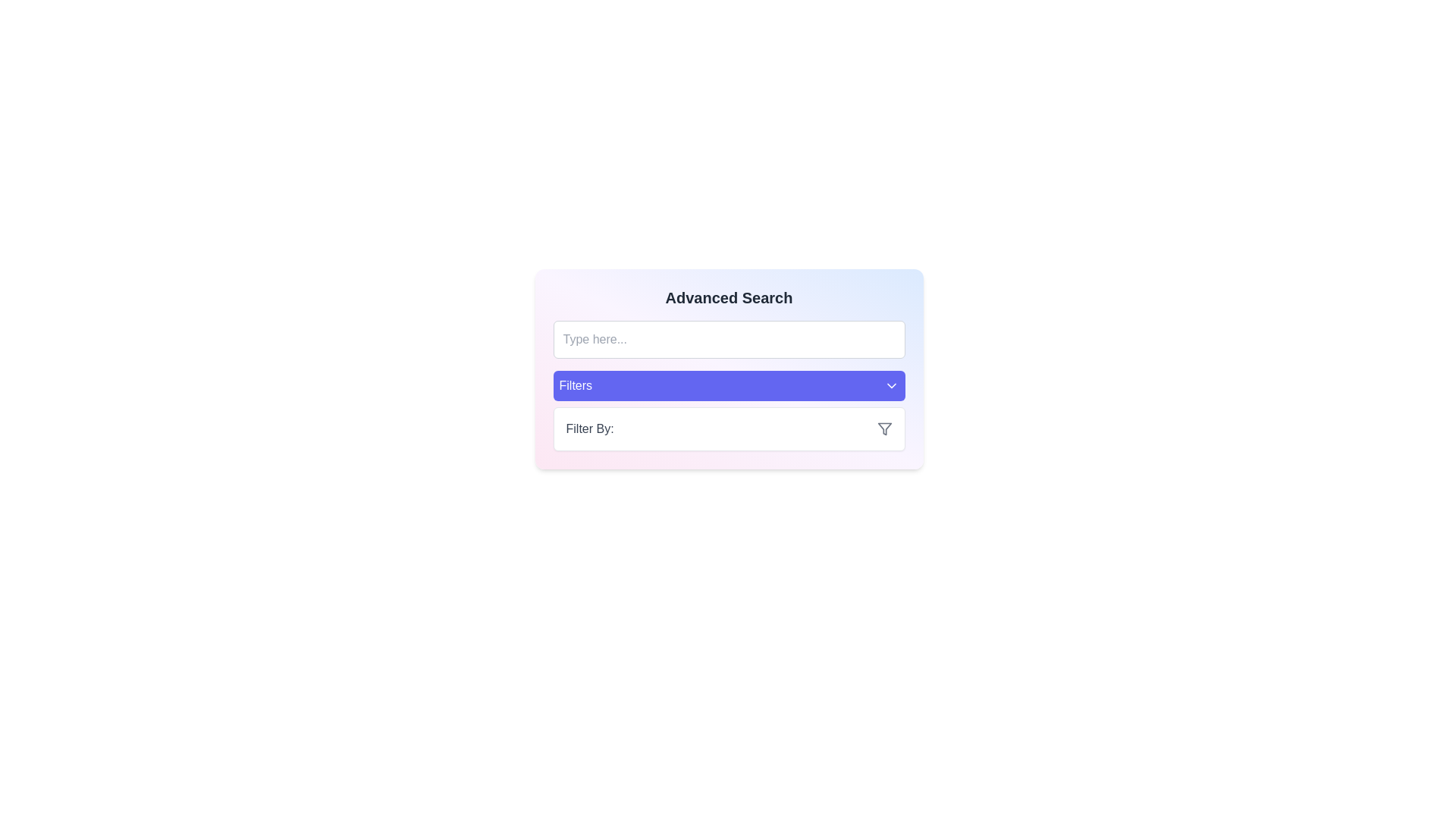 Image resolution: width=1456 pixels, height=819 pixels. I want to click on the downward-pointing chevron icon located on the far-right side of the 'Filters' button, so click(891, 385).